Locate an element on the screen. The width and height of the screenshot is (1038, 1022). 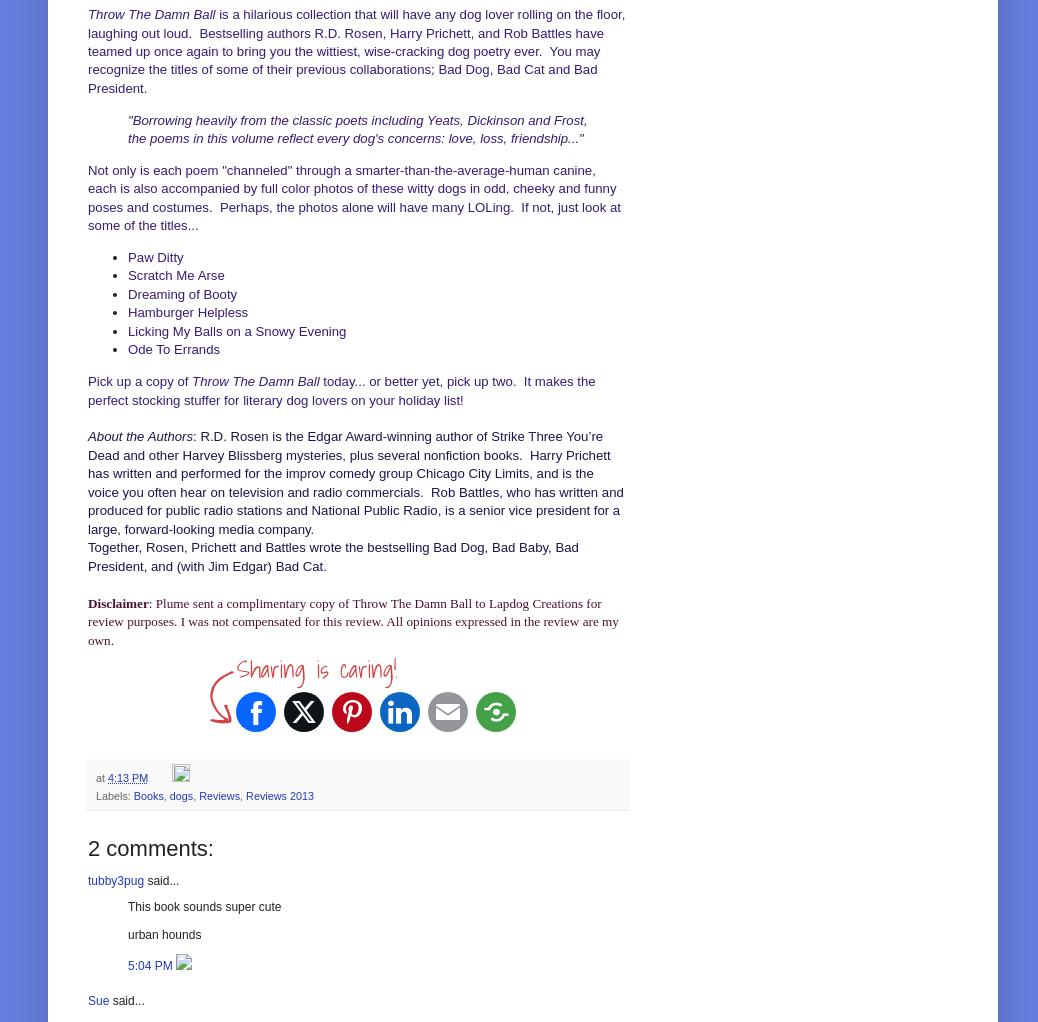
'4:13 PM' is located at coordinates (126, 778).